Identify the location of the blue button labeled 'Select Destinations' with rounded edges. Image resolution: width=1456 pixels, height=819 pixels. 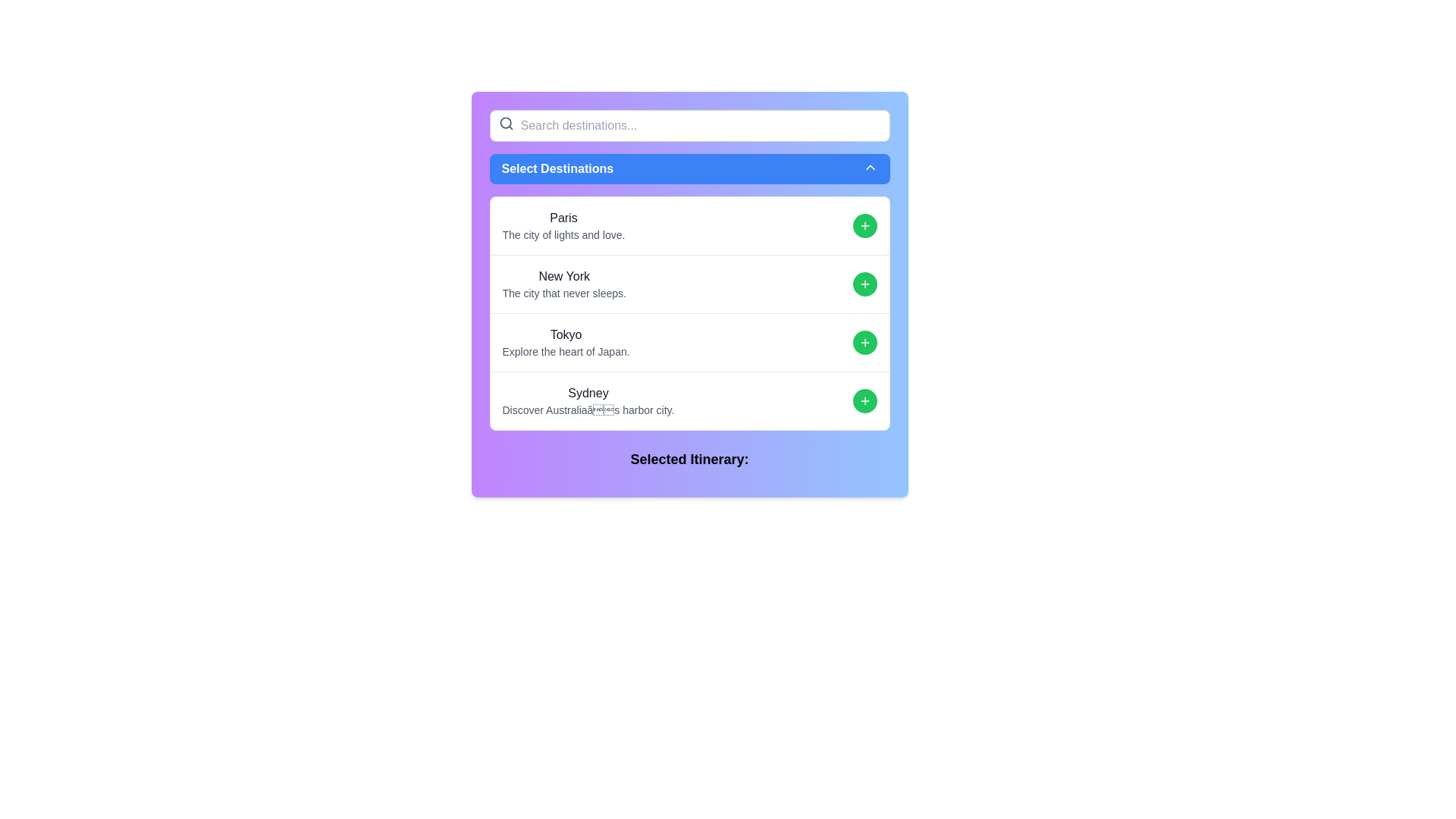
(689, 169).